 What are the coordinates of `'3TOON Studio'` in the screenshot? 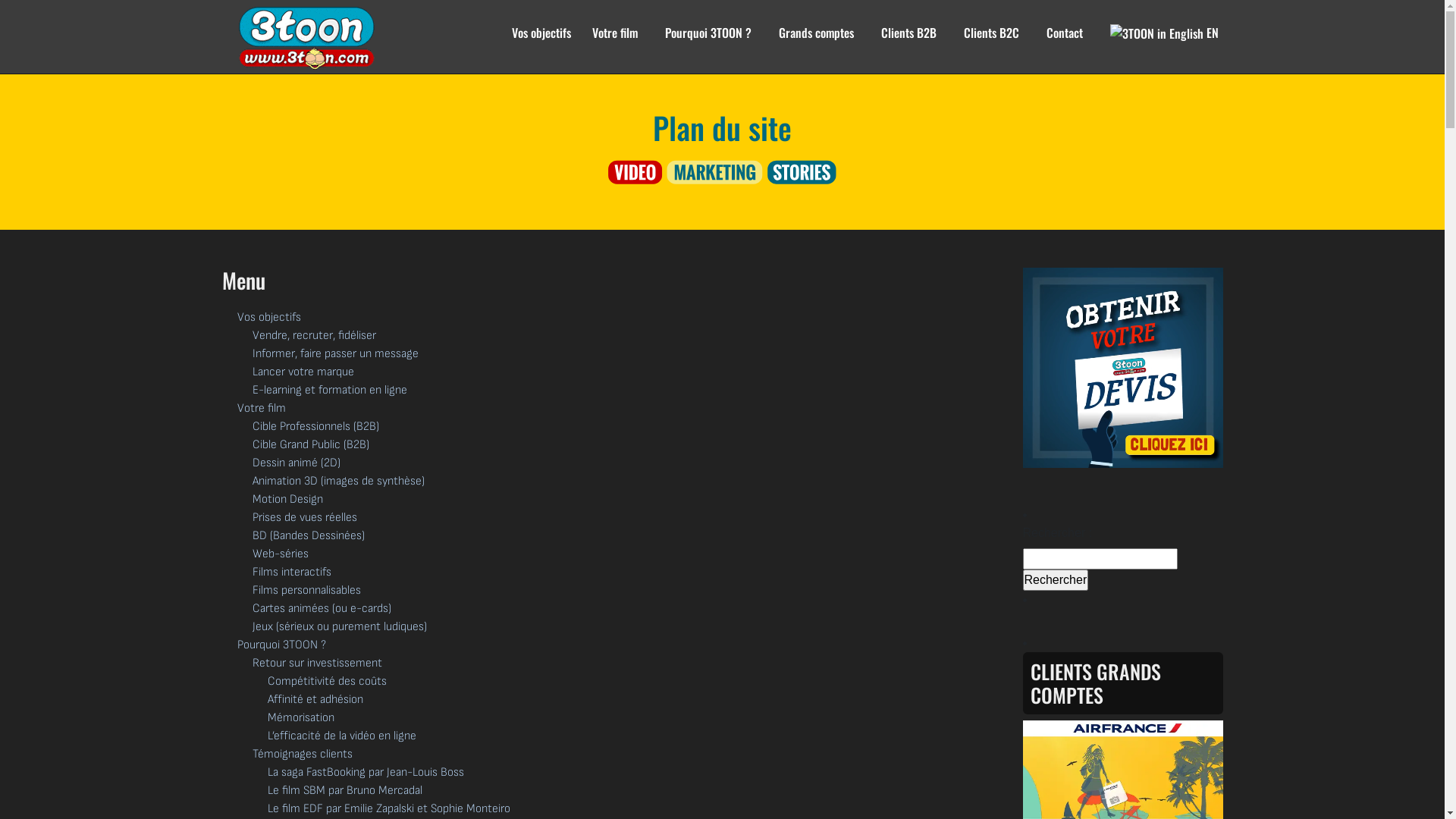 It's located at (313, 36).